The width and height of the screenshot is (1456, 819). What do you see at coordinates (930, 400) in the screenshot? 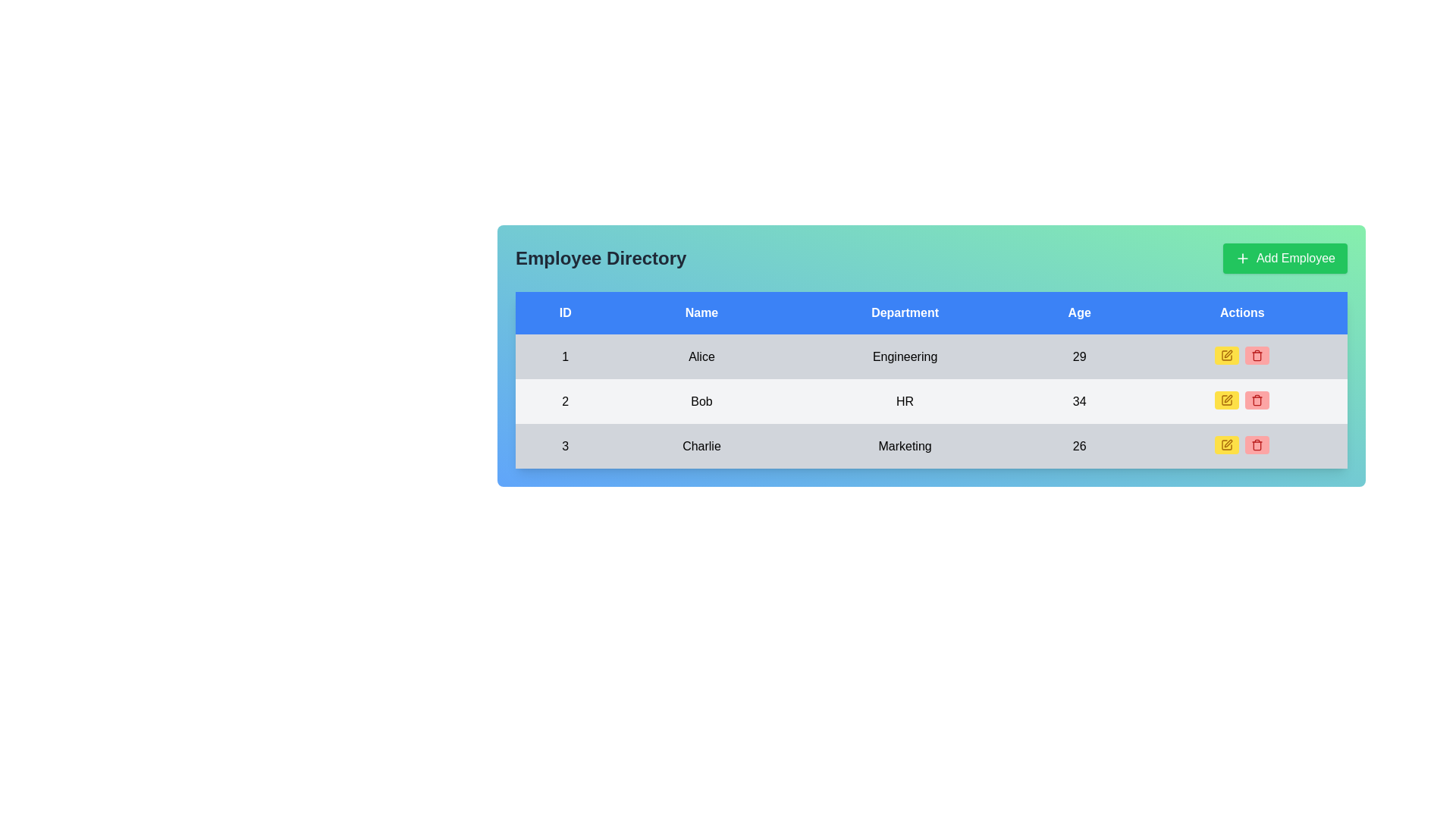
I see `the second row of the Employee Directory table containing the data fields '2', 'Bob', 'HR', '34' and action buttons for edit and delete` at bounding box center [930, 400].